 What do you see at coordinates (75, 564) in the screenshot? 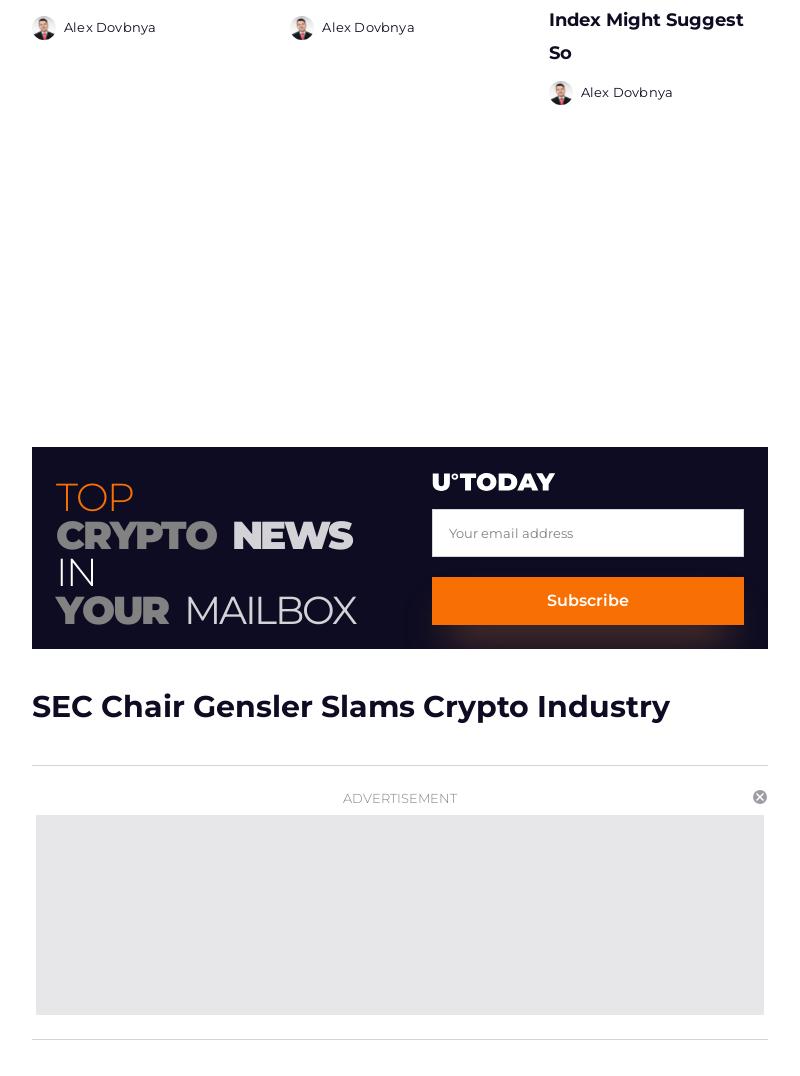
I see `'in'` at bounding box center [75, 564].